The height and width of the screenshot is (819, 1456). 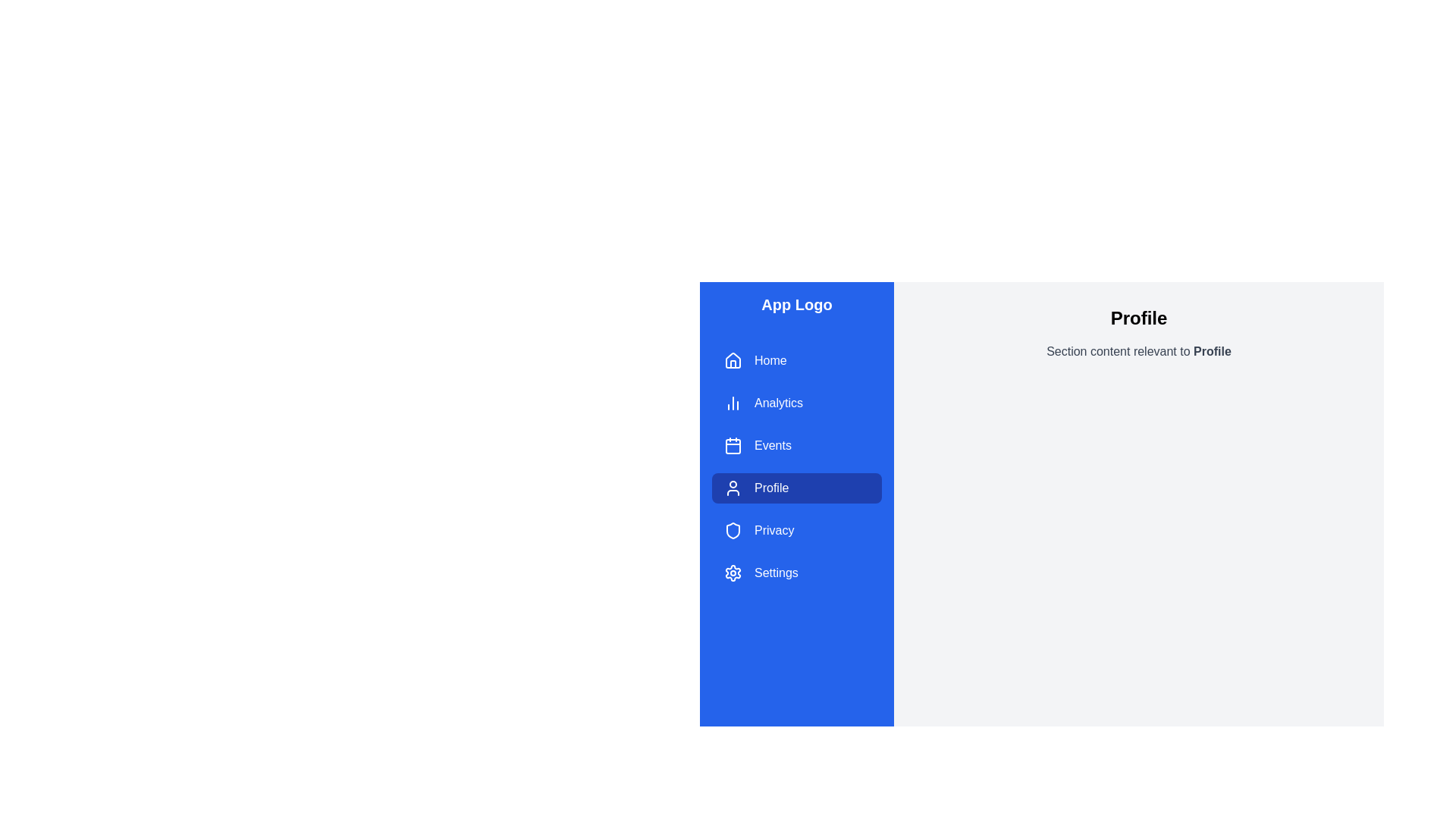 What do you see at coordinates (796, 304) in the screenshot?
I see `the 'App Logo' static text component located at the top of the left sidebar navigation panel` at bounding box center [796, 304].